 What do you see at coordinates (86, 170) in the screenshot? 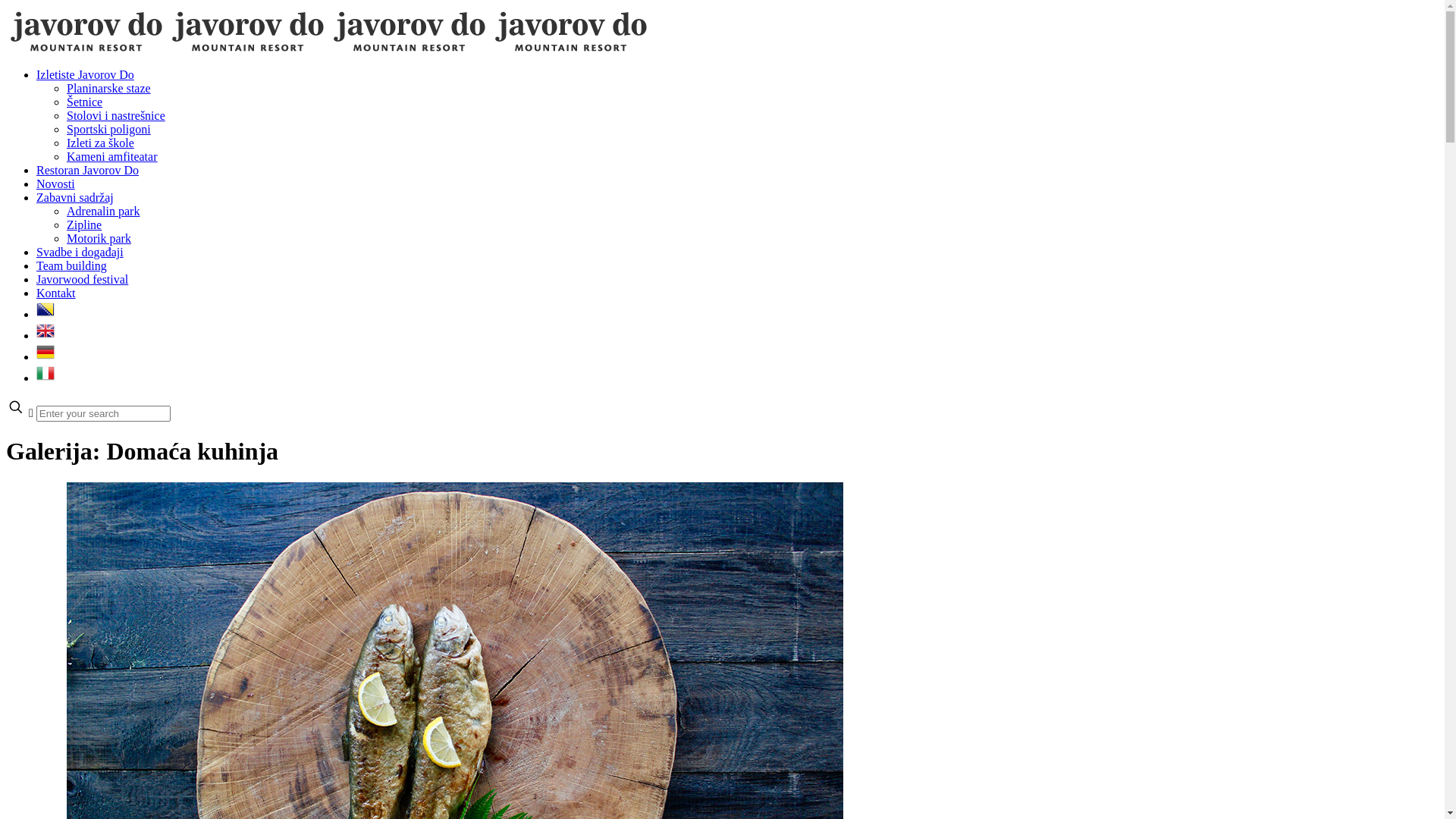
I see `'Restoran Javorov Do'` at bounding box center [86, 170].